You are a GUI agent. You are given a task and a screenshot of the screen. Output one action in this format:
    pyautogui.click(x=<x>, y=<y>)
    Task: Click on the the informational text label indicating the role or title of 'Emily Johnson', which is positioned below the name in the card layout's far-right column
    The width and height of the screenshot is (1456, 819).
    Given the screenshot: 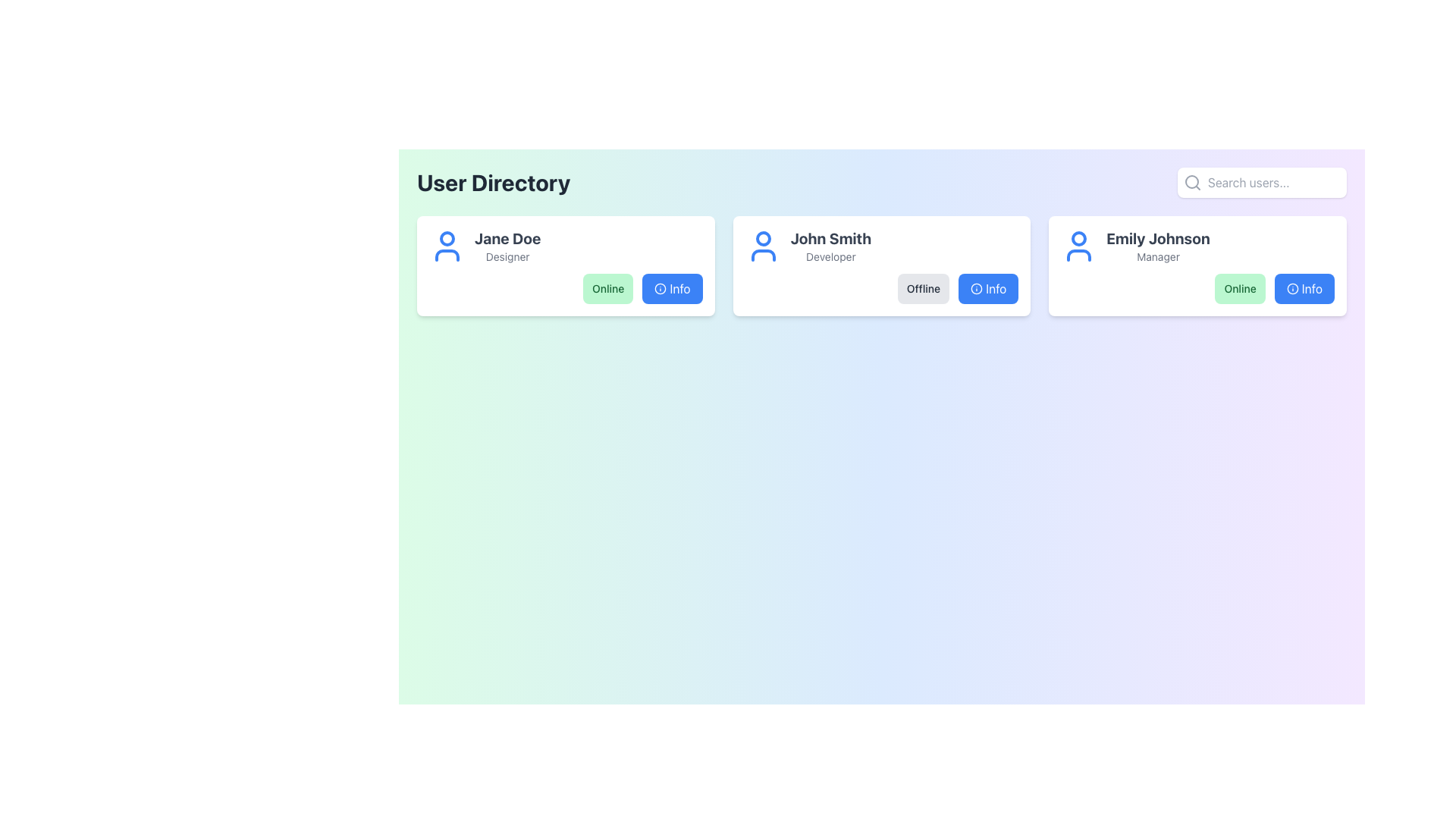 What is the action you would take?
    pyautogui.click(x=1157, y=256)
    